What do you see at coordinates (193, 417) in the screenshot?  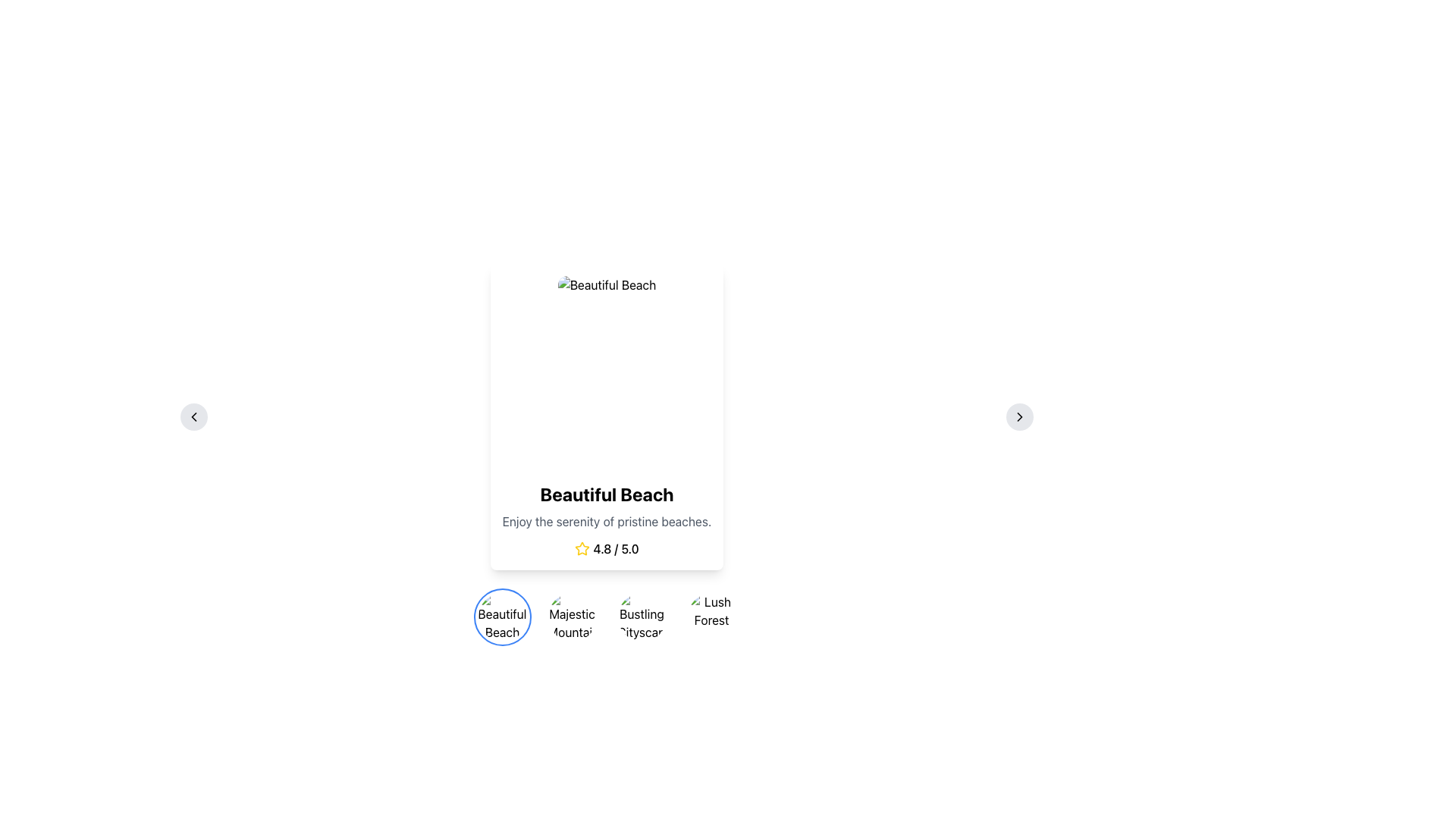 I see `the 'previous' SVG icon located in the top-left corner of the layout, which serves as a navigational element for stepping backward in the content` at bounding box center [193, 417].